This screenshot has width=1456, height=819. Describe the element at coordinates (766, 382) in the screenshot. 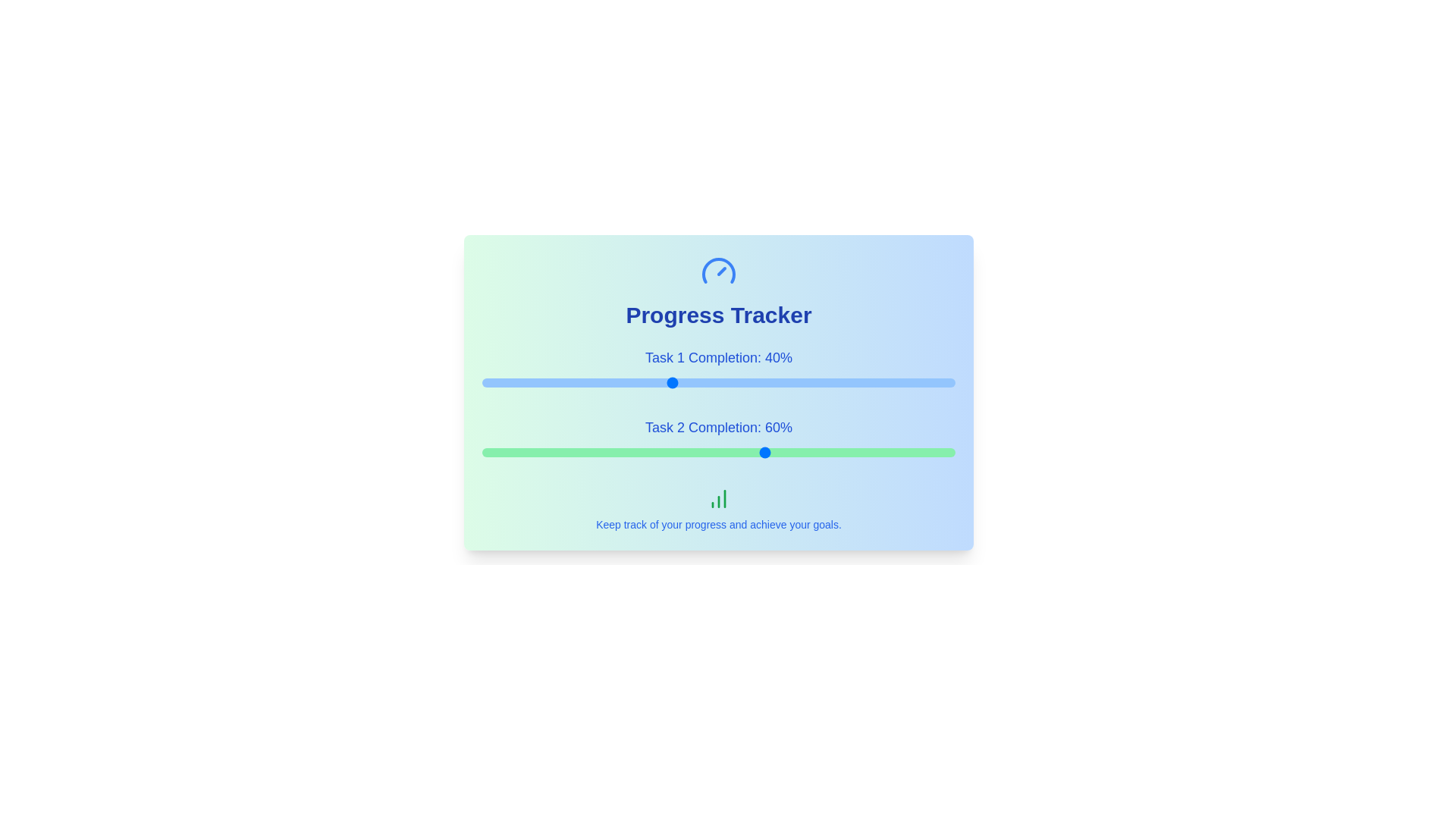

I see `the progress value` at that location.